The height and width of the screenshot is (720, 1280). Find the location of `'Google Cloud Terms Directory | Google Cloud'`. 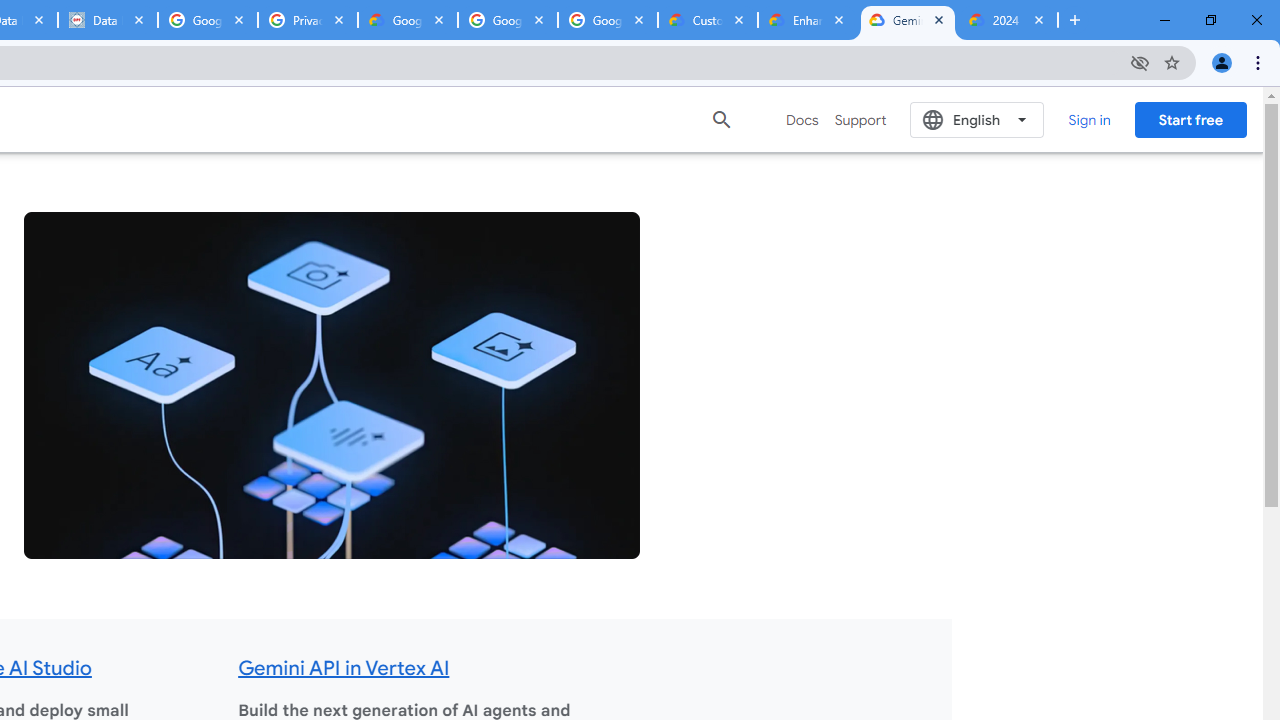

'Google Cloud Terms Directory | Google Cloud' is located at coordinates (407, 20).